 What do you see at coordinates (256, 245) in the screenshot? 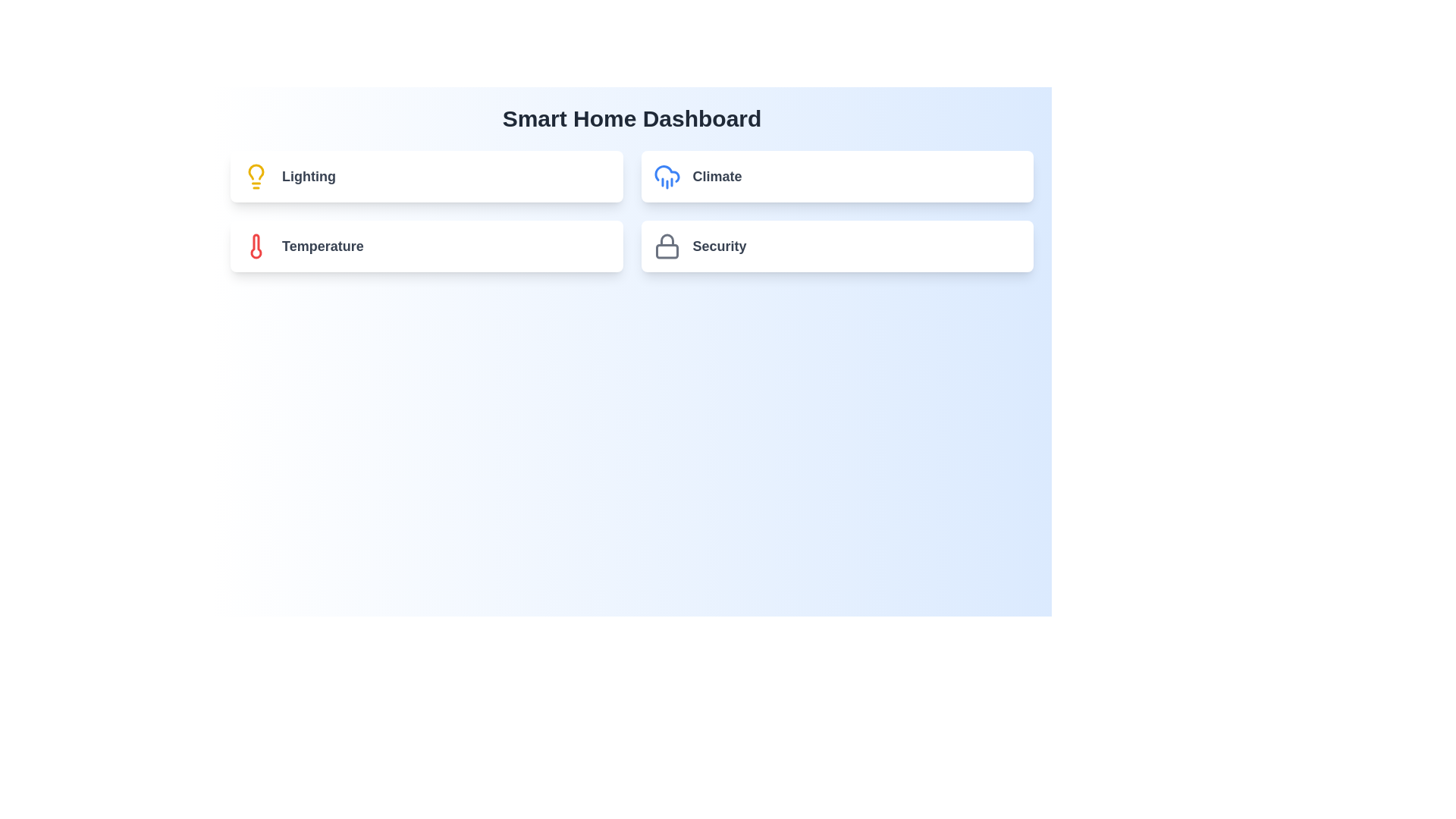
I see `the temperature icon in the Smart Home Dashboard located below the Lighting section and to the left of the Temperature label` at bounding box center [256, 245].